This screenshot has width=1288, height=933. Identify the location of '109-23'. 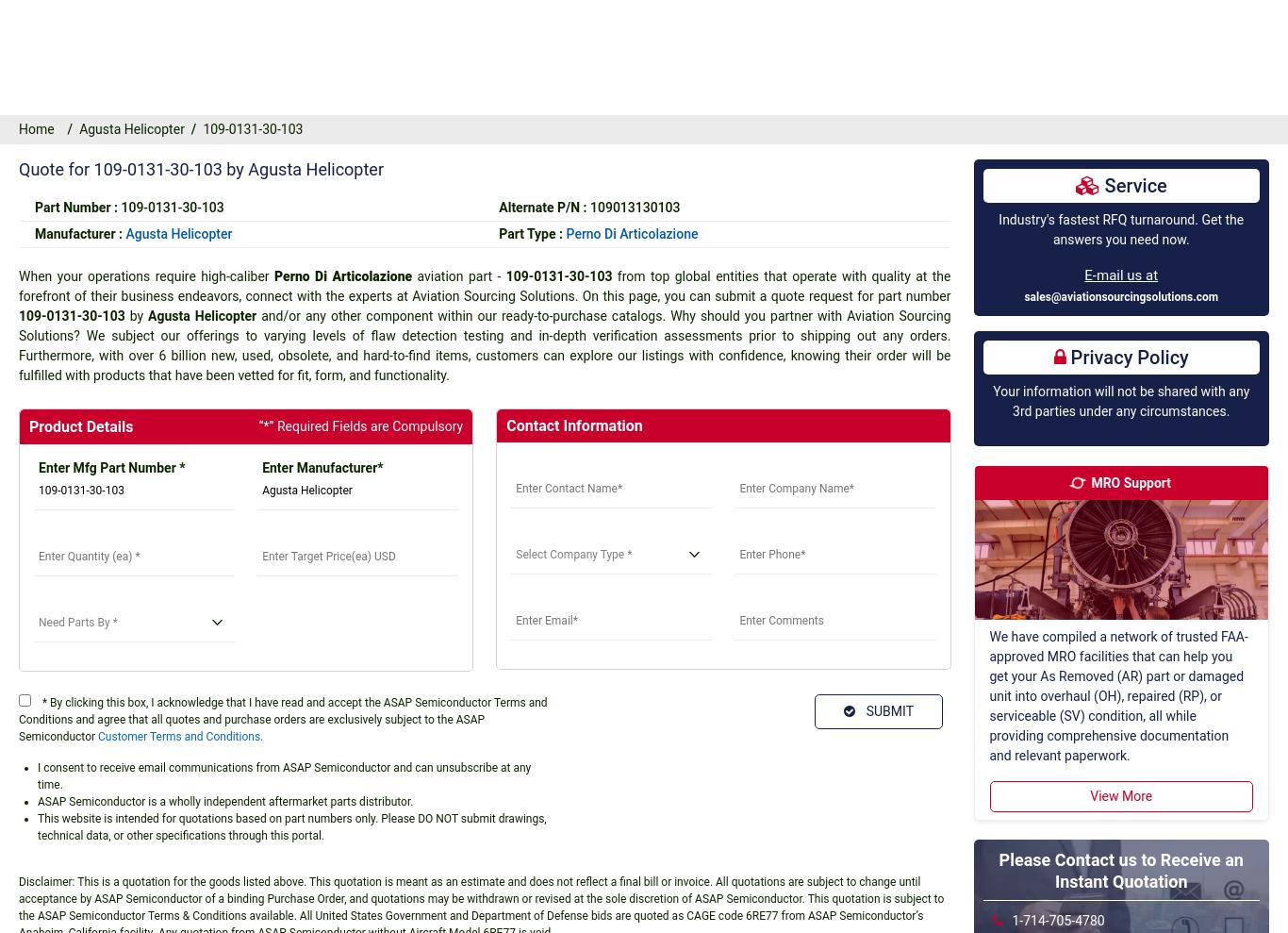
(53, 77).